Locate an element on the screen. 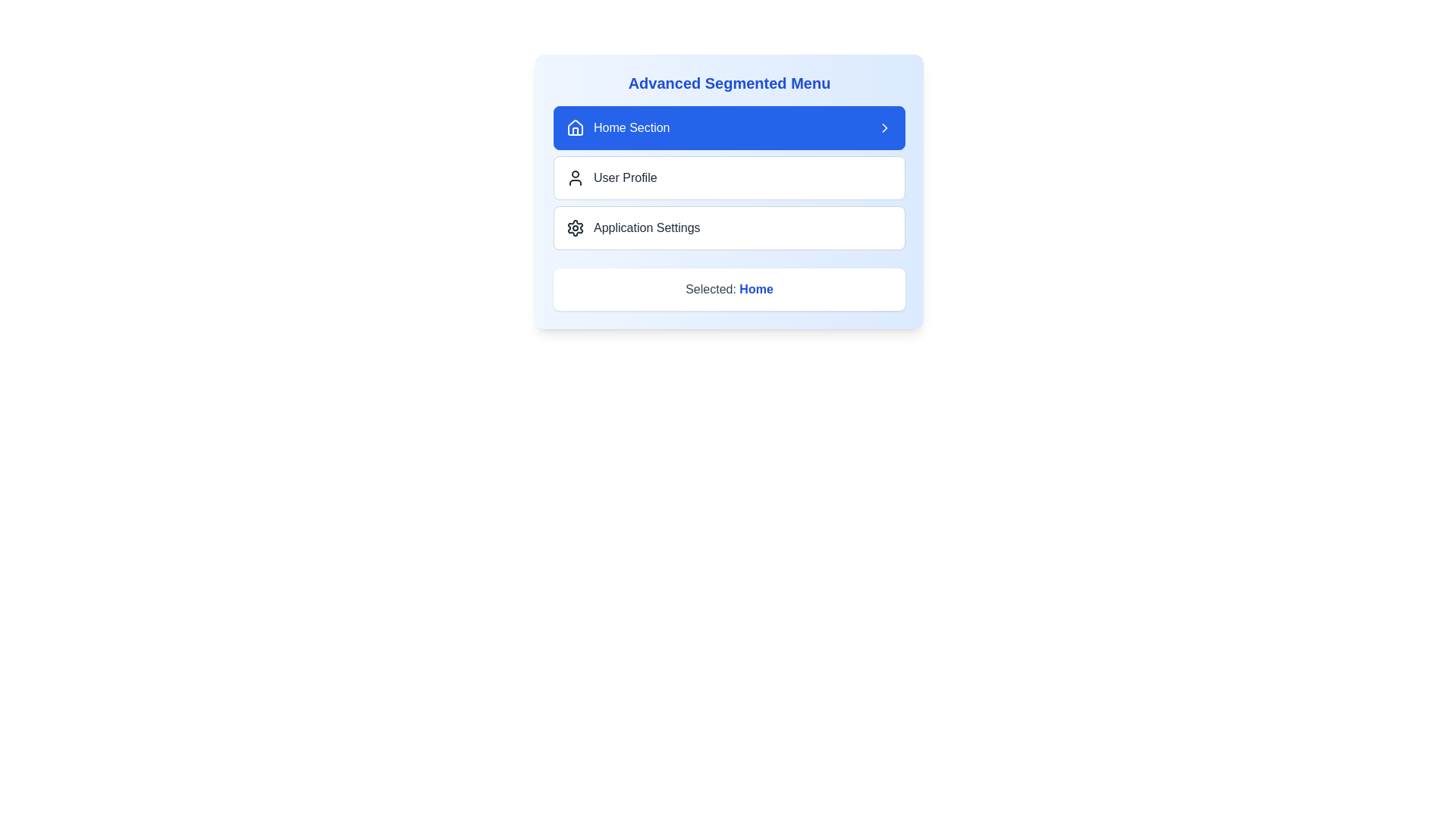  the 'User Profile' menu item is located at coordinates (729, 177).